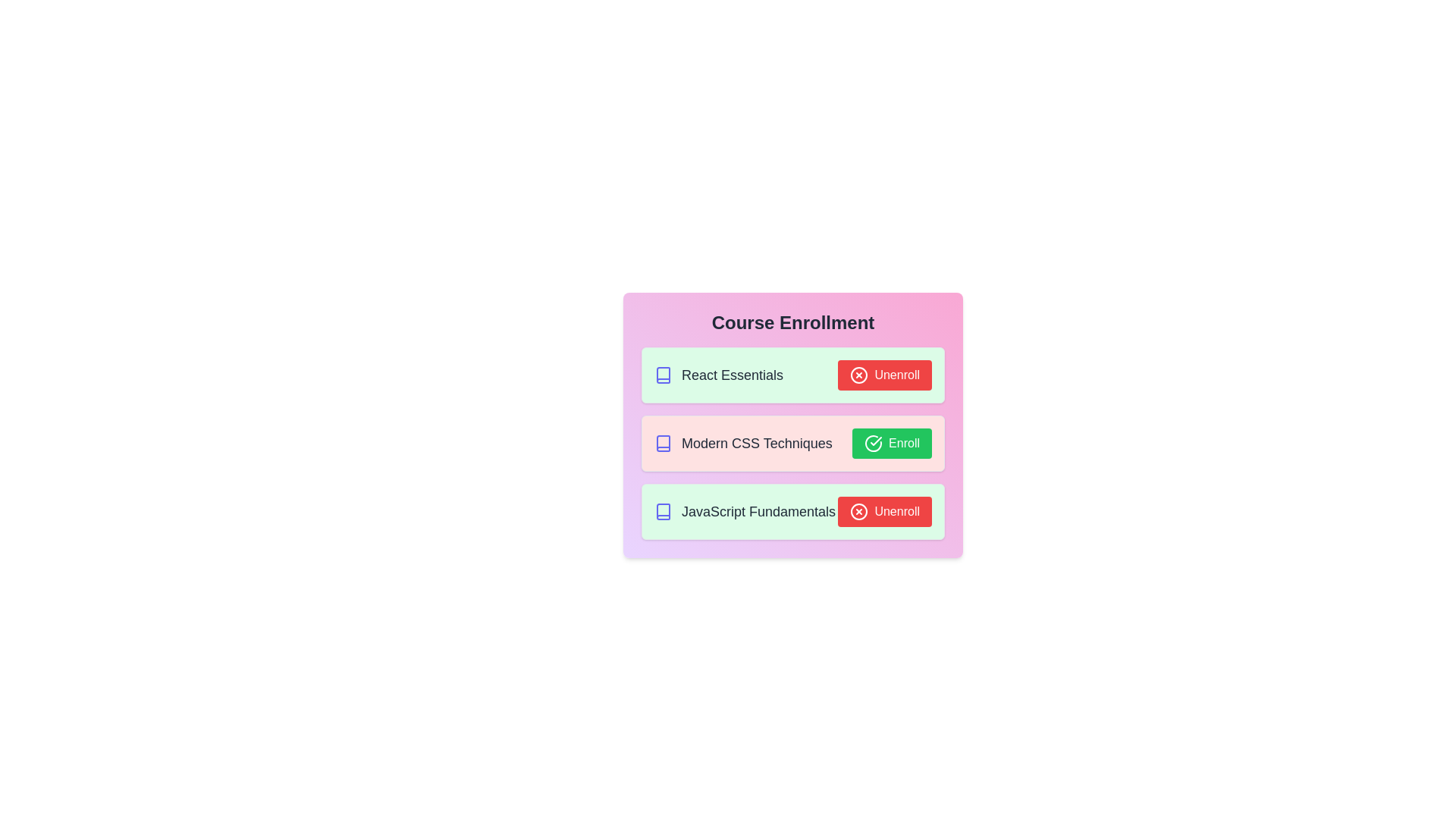  What do you see at coordinates (745, 512) in the screenshot?
I see `the course title JavaScript Fundamentals to select it` at bounding box center [745, 512].